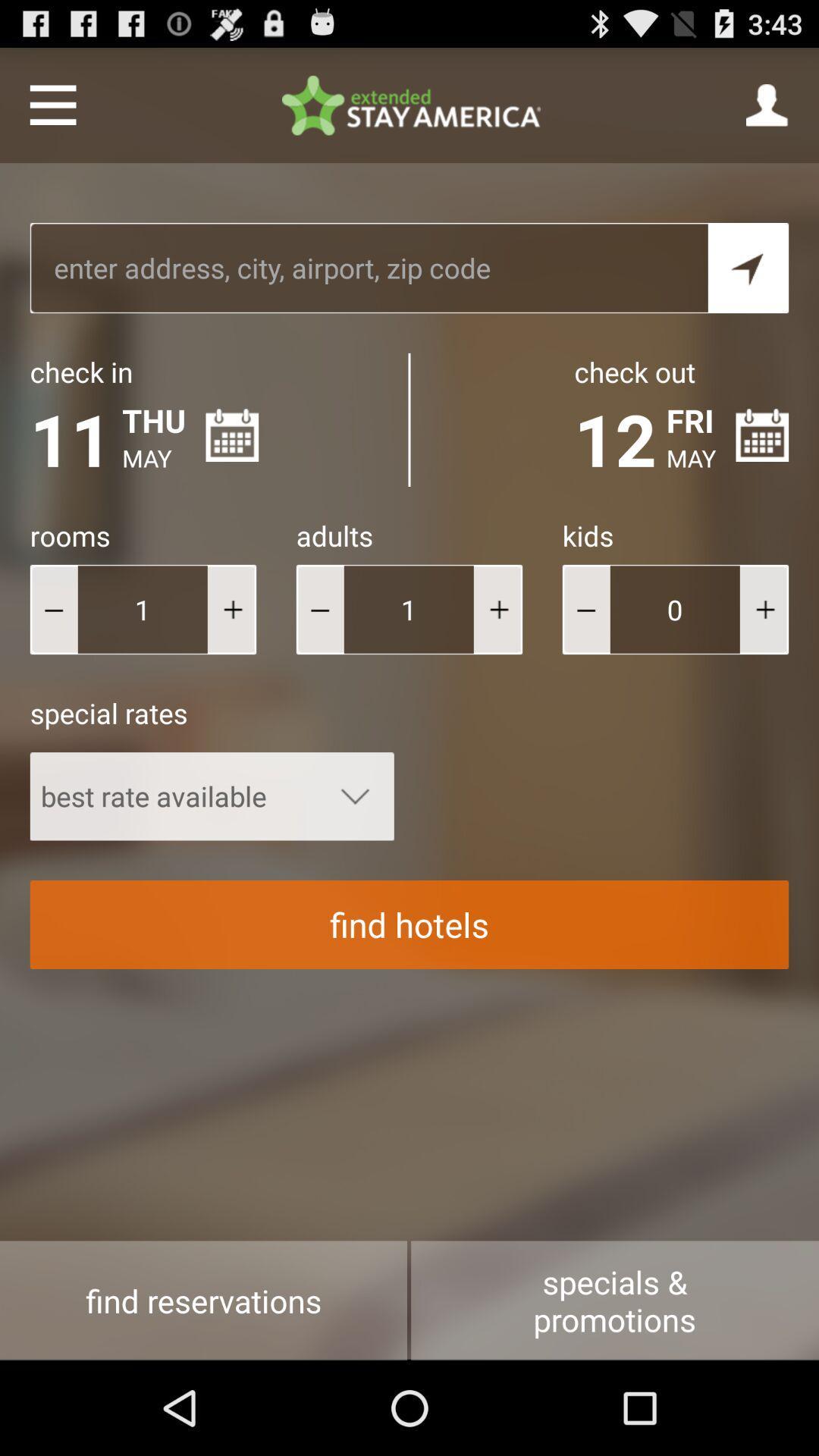  Describe the element at coordinates (369, 268) in the screenshot. I see `text to search` at that location.